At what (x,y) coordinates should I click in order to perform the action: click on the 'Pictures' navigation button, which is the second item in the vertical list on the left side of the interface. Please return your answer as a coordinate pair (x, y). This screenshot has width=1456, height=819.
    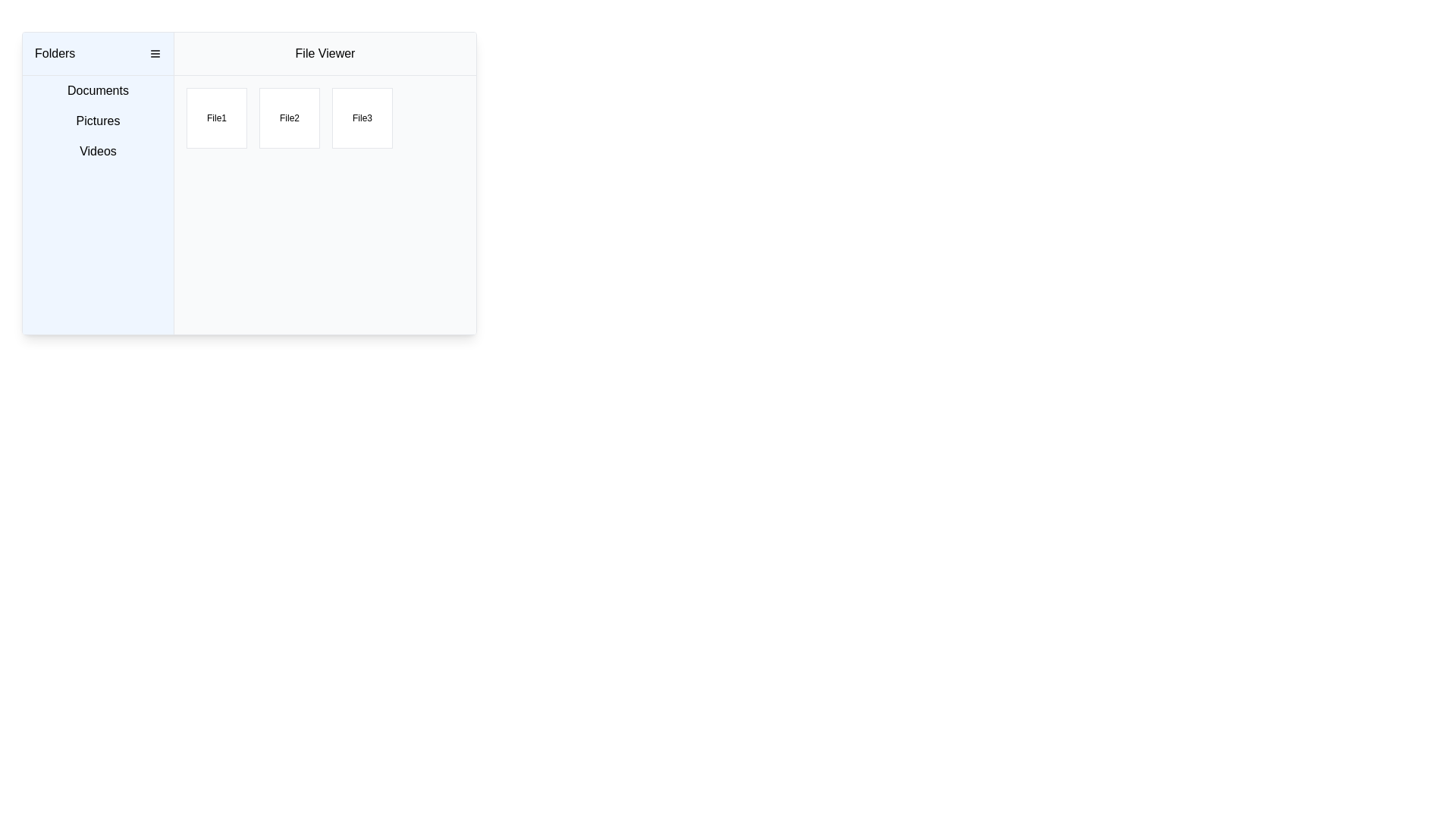
    Looking at the image, I should click on (97, 120).